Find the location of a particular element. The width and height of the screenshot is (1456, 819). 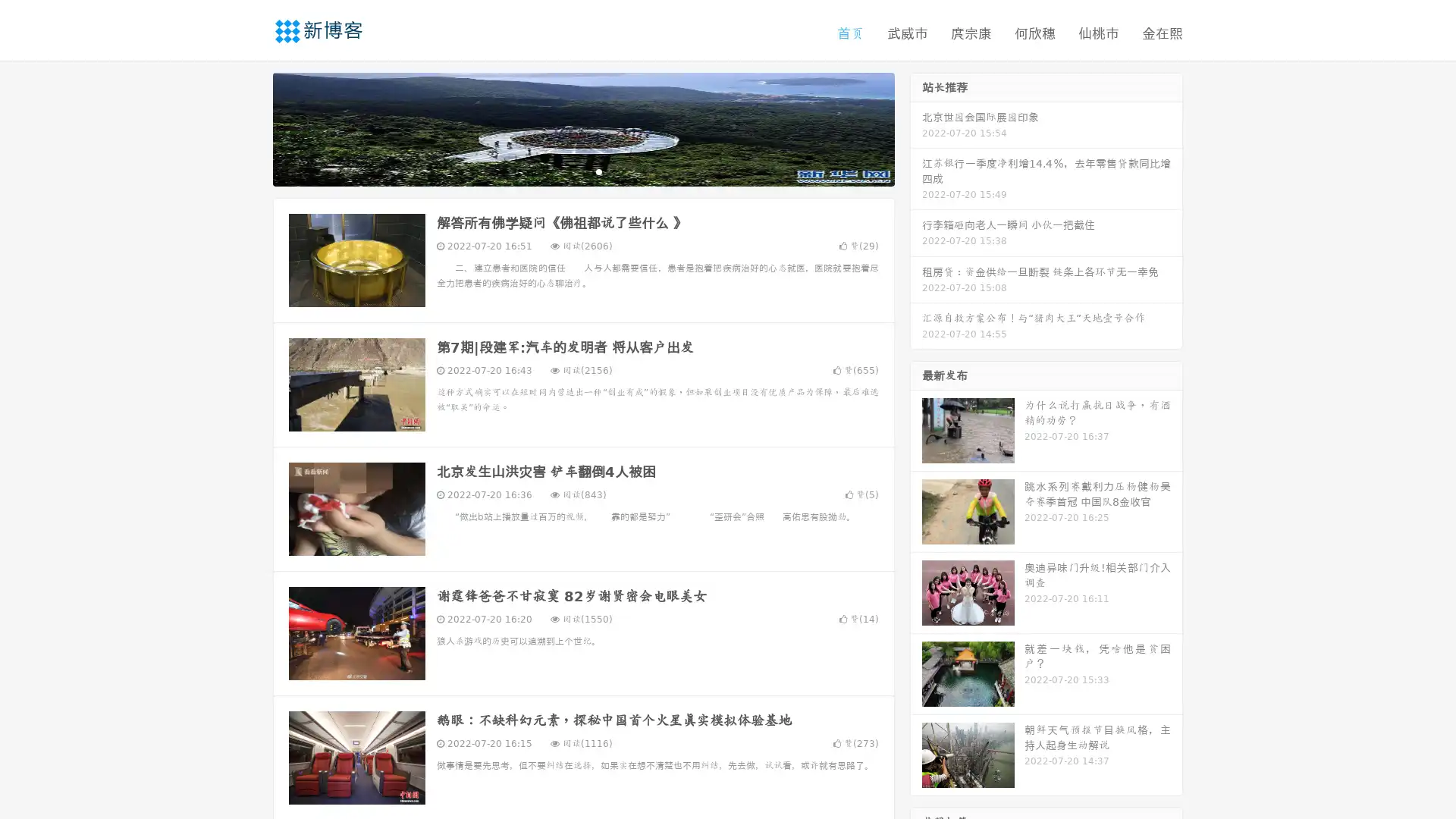

Go to slide 2 is located at coordinates (582, 171).